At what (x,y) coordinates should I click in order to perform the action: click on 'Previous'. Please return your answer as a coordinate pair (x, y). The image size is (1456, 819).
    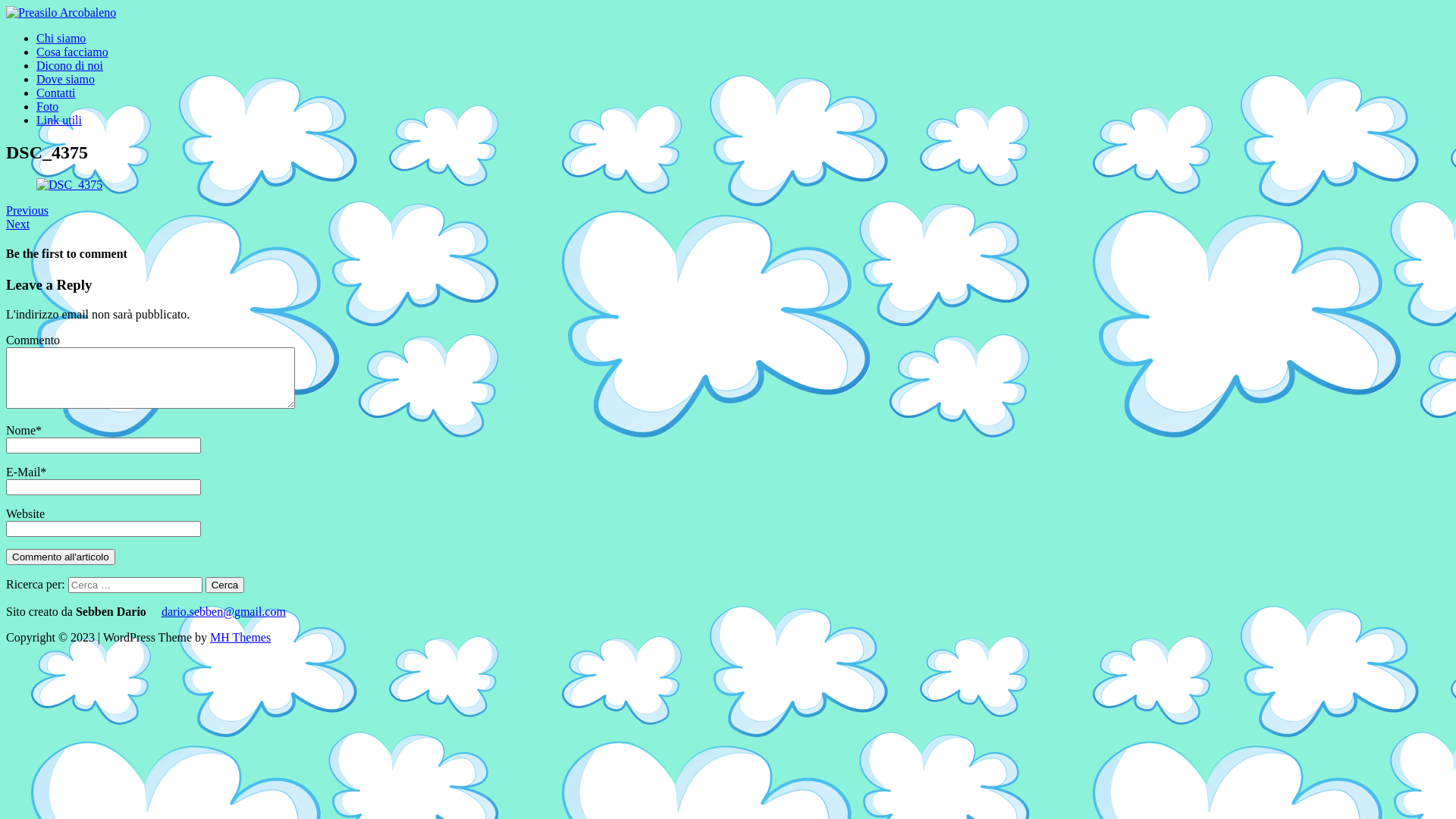
    Looking at the image, I should click on (27, 210).